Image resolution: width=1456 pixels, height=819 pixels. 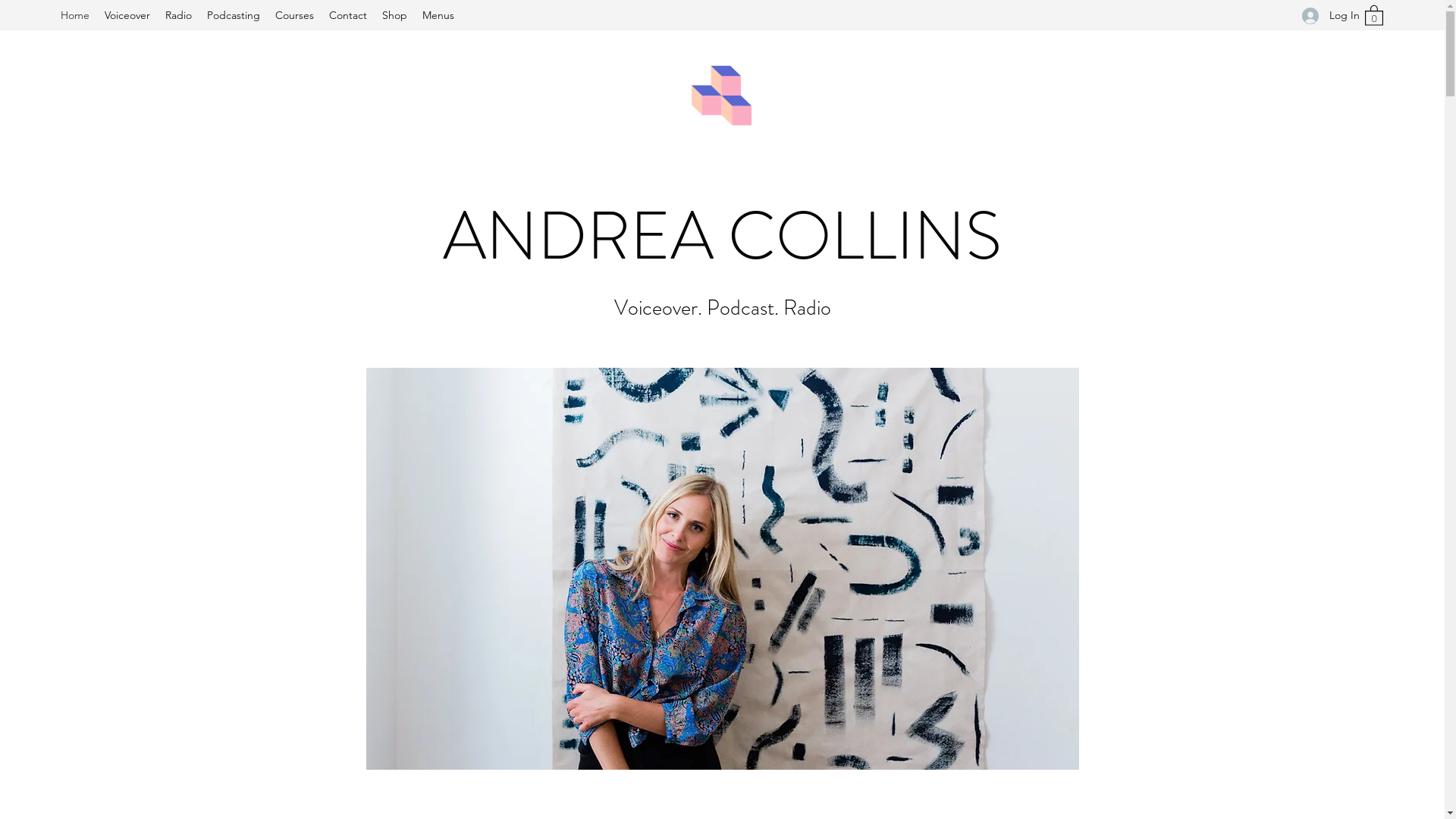 What do you see at coordinates (347, 14) in the screenshot?
I see `'Contact'` at bounding box center [347, 14].